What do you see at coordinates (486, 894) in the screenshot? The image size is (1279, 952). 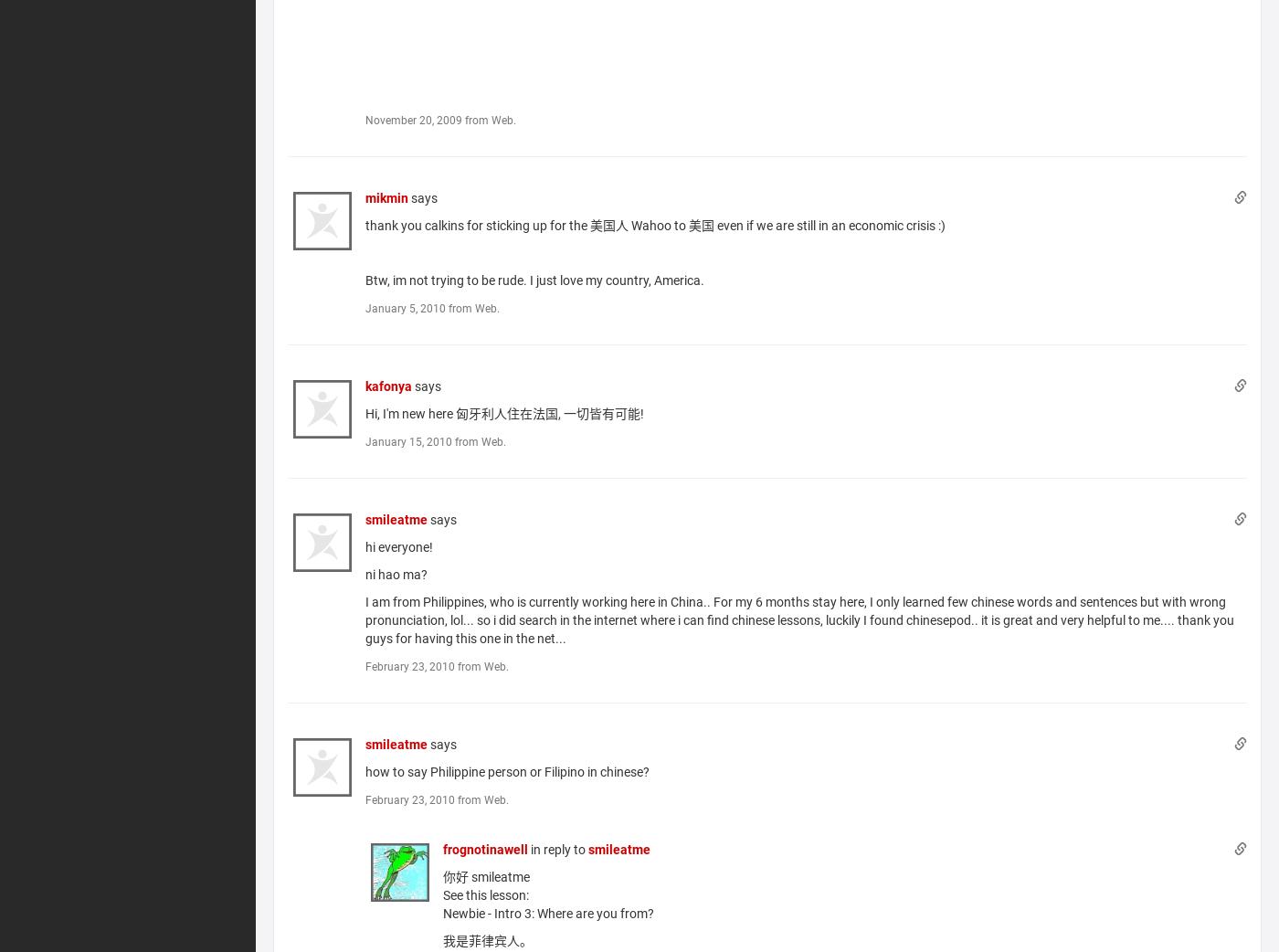 I see `'See this lesson:'` at bounding box center [486, 894].